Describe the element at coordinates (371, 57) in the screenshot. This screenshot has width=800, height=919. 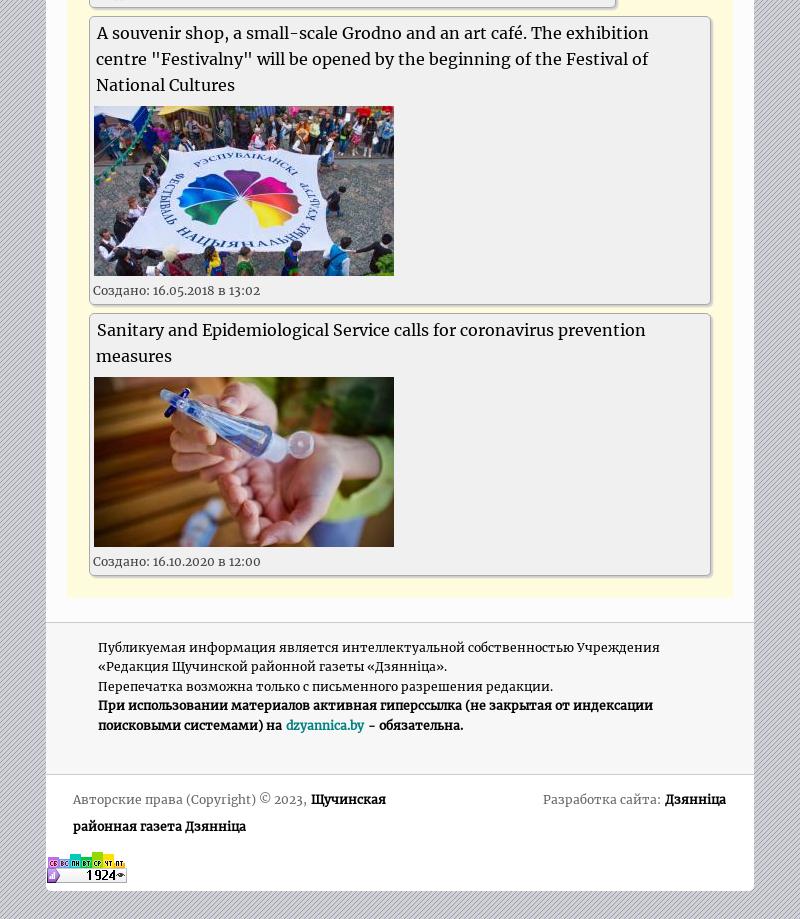
I see `'A souvenir shop, a small-scale Grodno and an art café. The exhibition centre "Festivalny" will be opened by the beginning of the Festival of National Cultures'` at that location.